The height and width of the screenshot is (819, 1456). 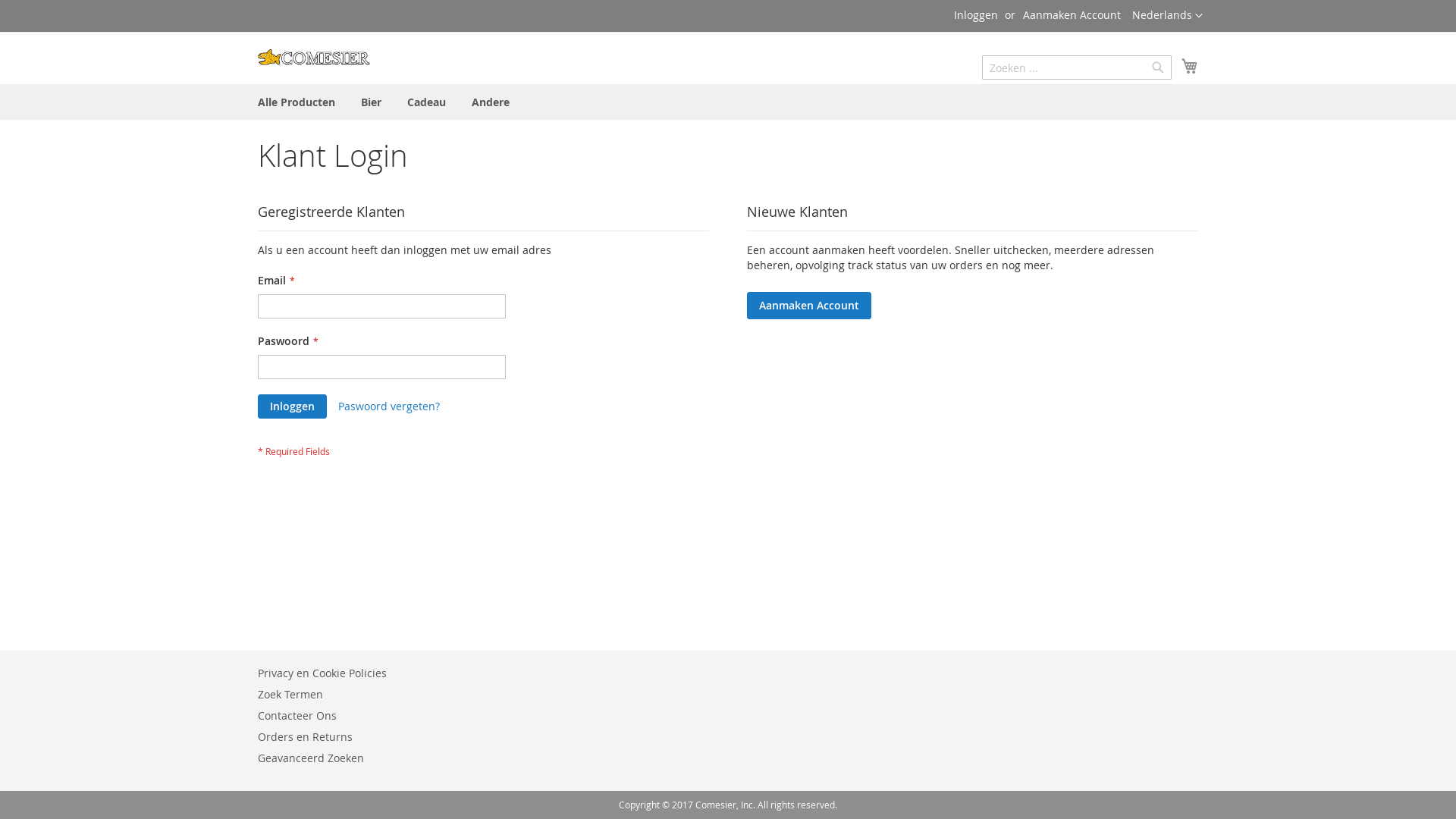 I want to click on 'Hop & Honey', so click(x=312, y=56).